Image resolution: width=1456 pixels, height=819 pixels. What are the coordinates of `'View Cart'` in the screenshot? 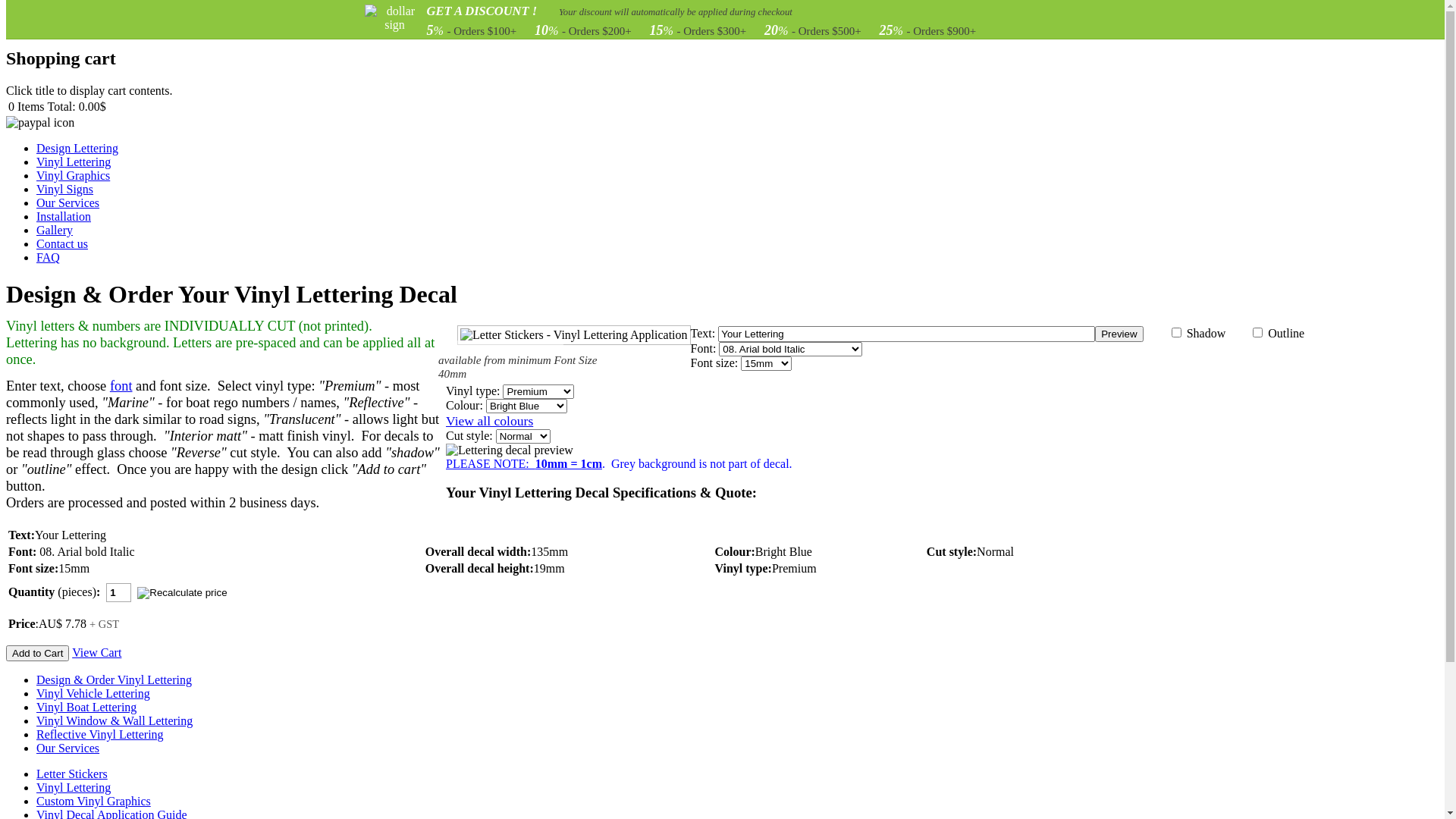 It's located at (96, 651).